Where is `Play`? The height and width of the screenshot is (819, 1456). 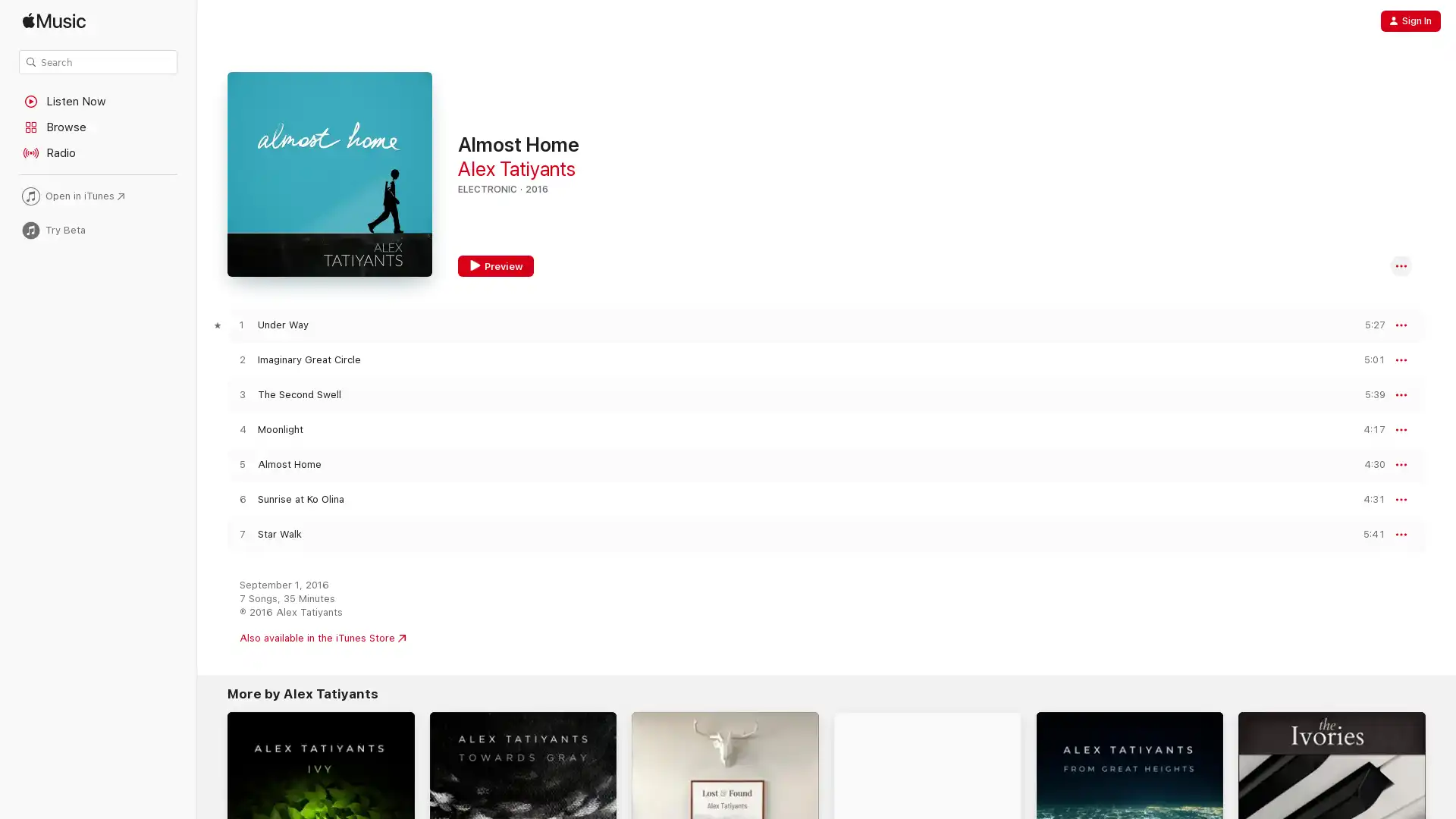 Play is located at coordinates (241, 533).